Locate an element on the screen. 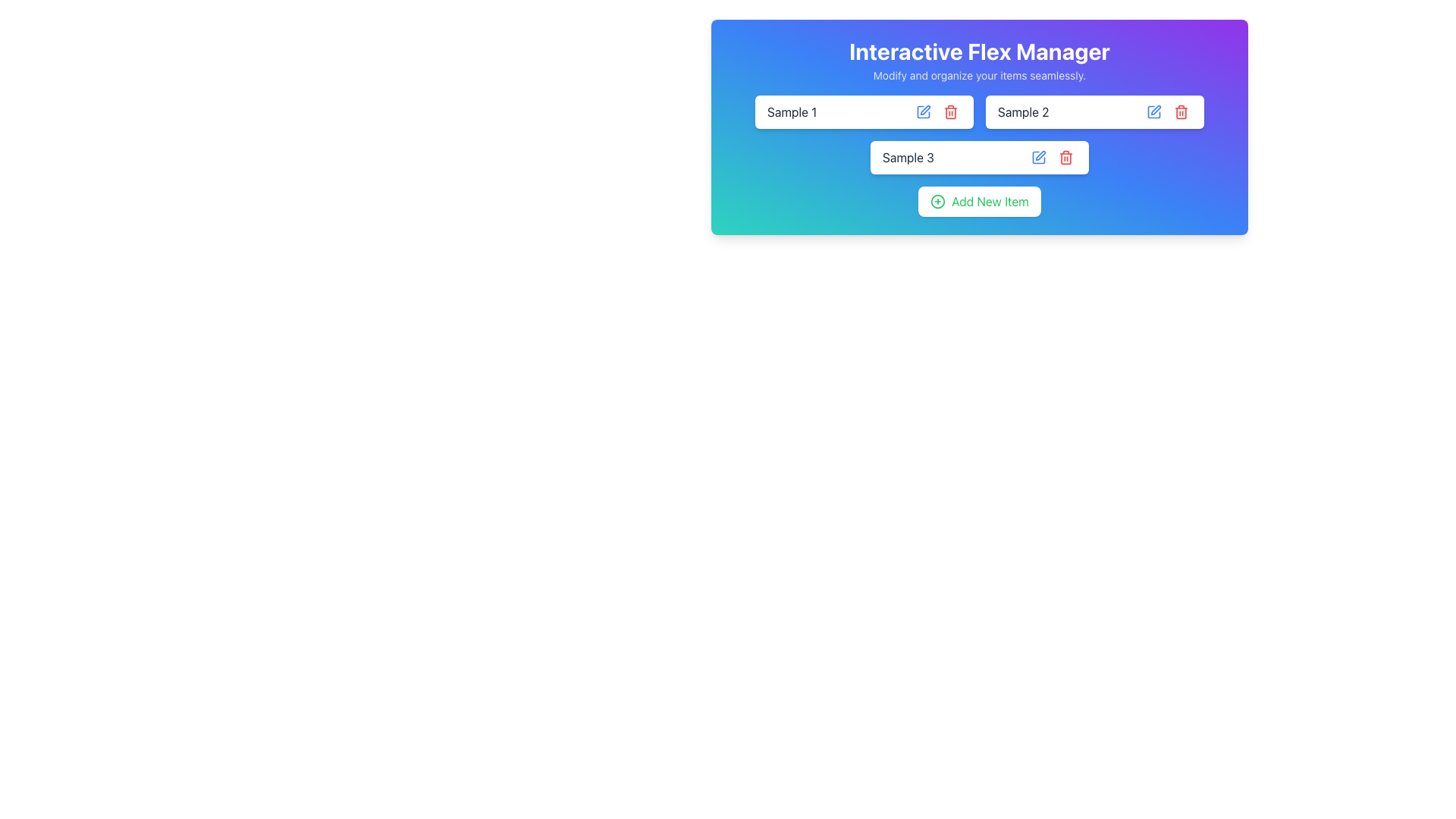  the edit icon located immediately to the right of the 'Sample 2' text entry is located at coordinates (1153, 111).